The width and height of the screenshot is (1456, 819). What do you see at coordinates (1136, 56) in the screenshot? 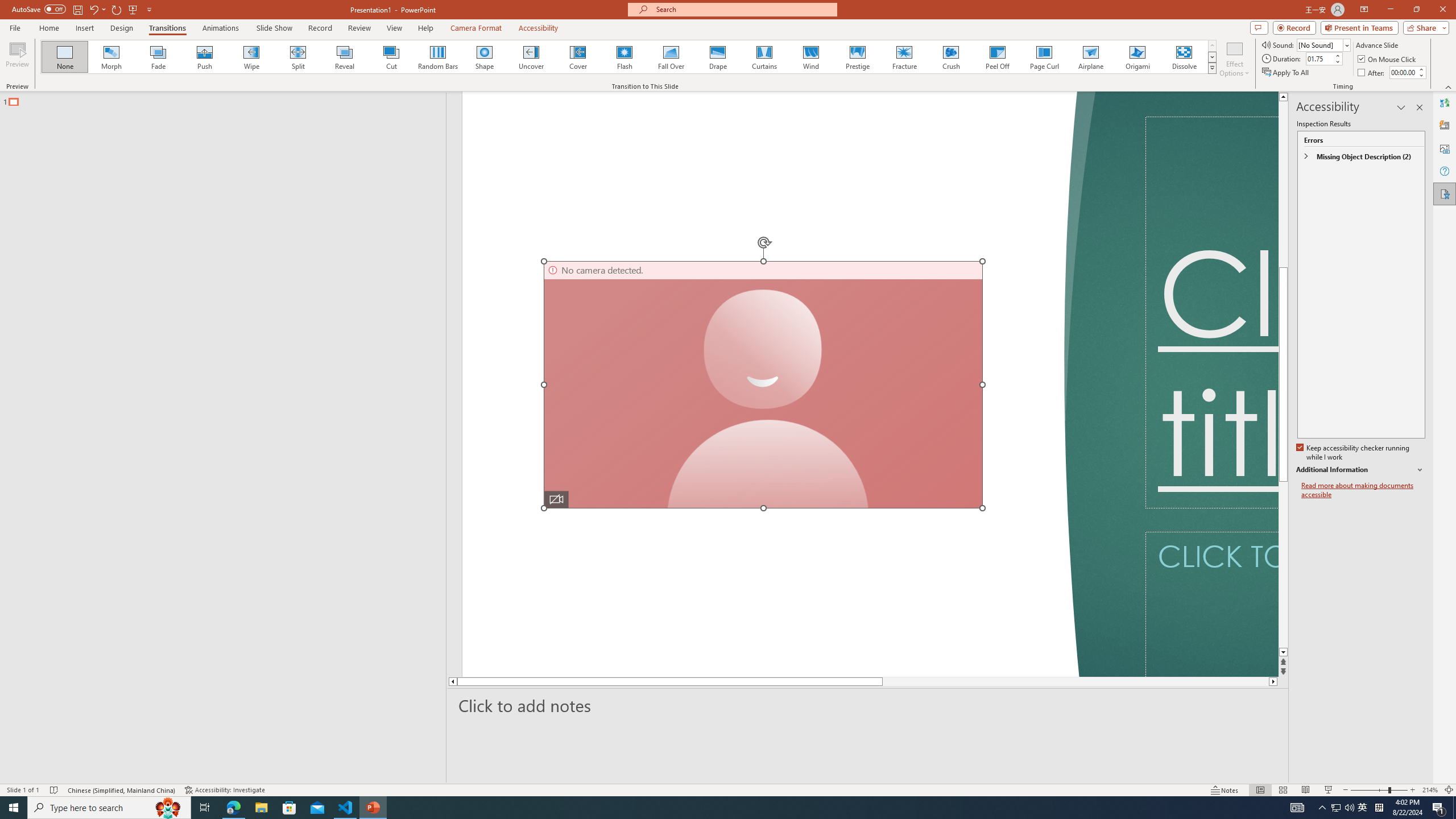
I see `'Origami'` at bounding box center [1136, 56].